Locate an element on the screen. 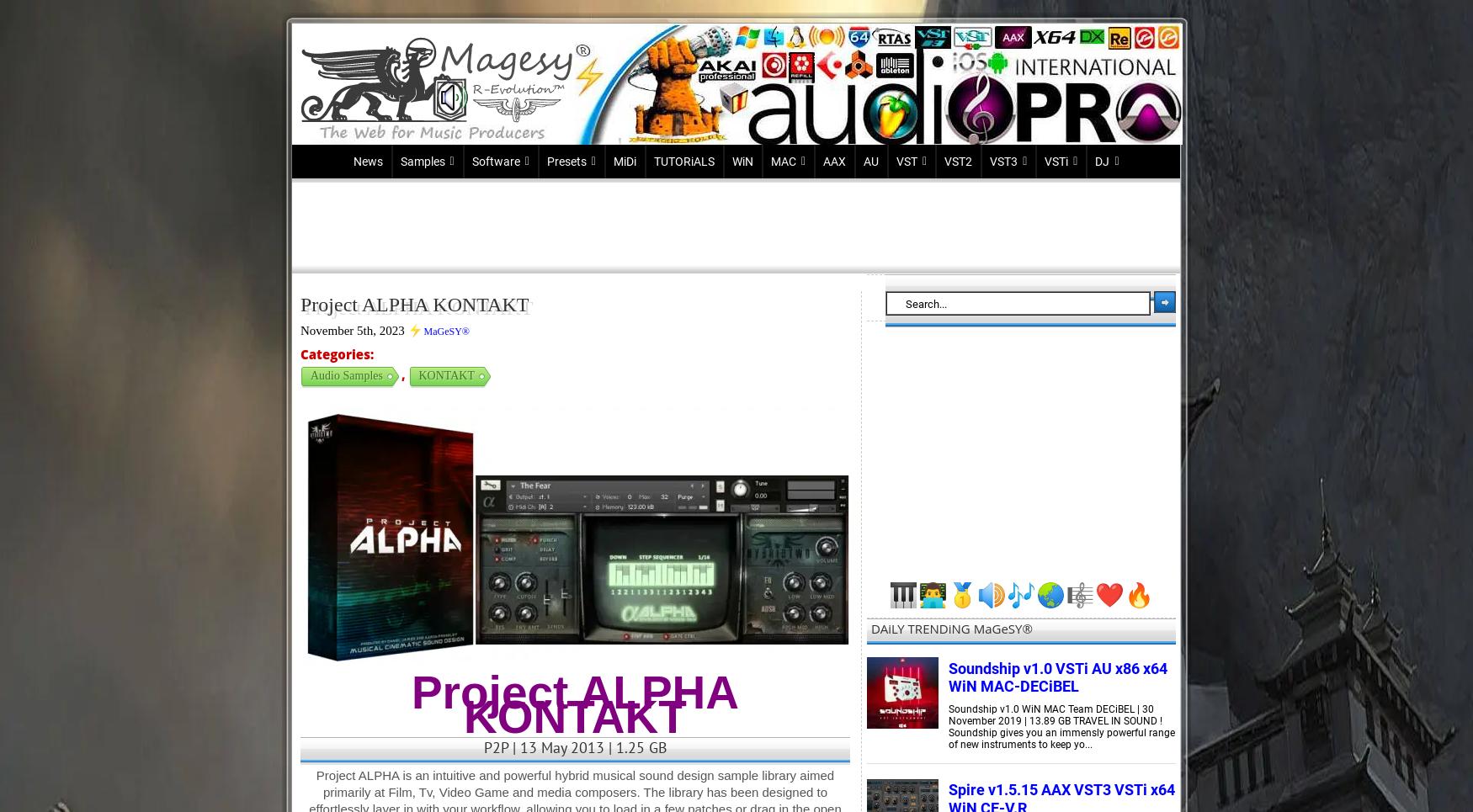  'MAGiX' is located at coordinates (489, 279).